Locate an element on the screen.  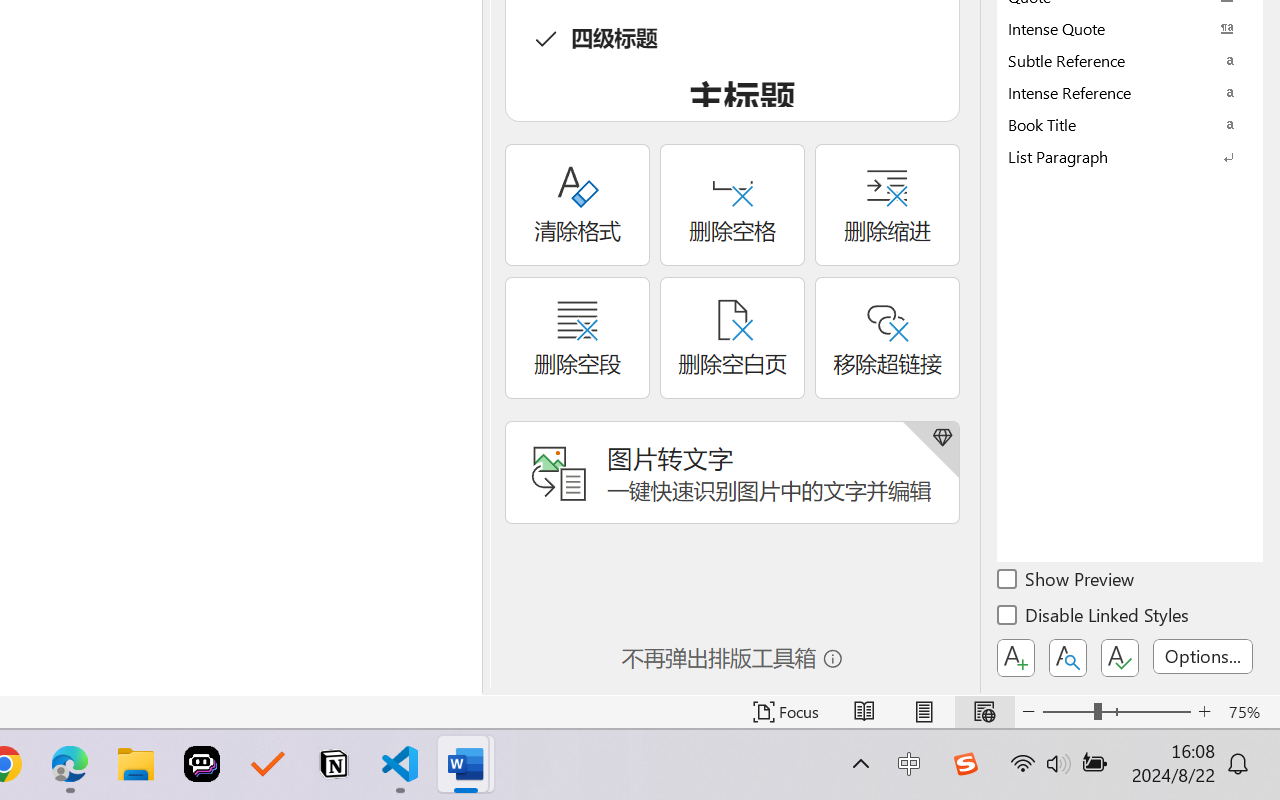
'Options...' is located at coordinates (1202, 655).